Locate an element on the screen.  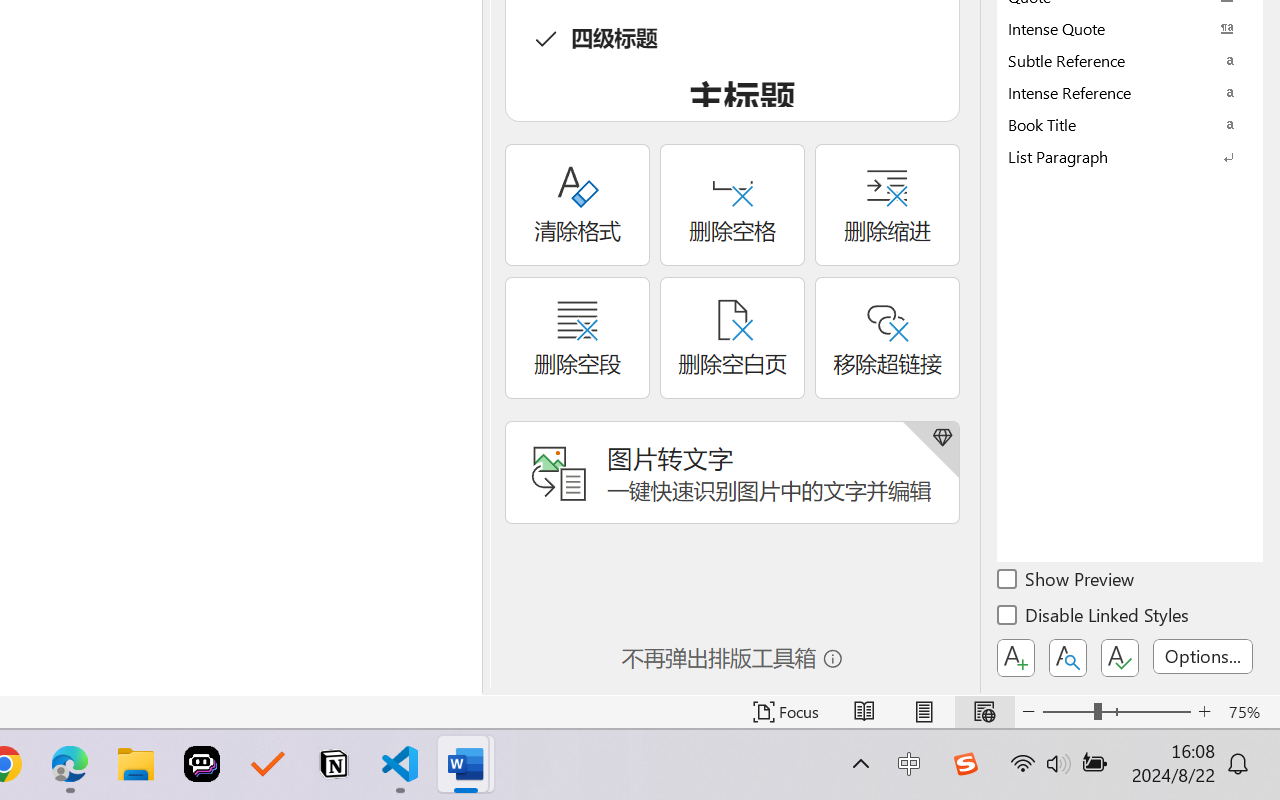
'Options...' is located at coordinates (1202, 655).